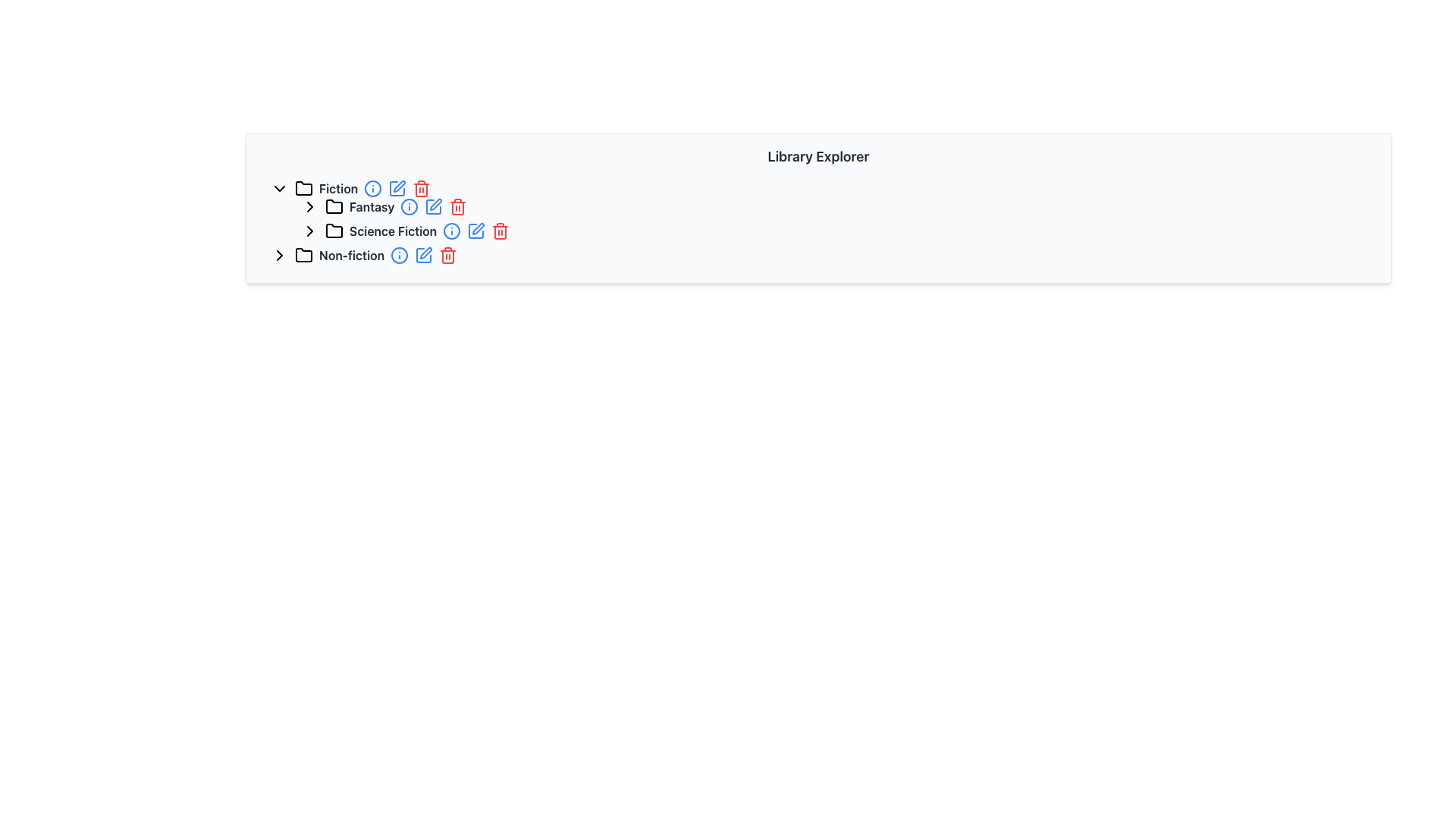 Image resolution: width=1456 pixels, height=819 pixels. I want to click on the Folder Icon that represents the 'Science Fiction' category in the Library Explorer application, so click(334, 231).